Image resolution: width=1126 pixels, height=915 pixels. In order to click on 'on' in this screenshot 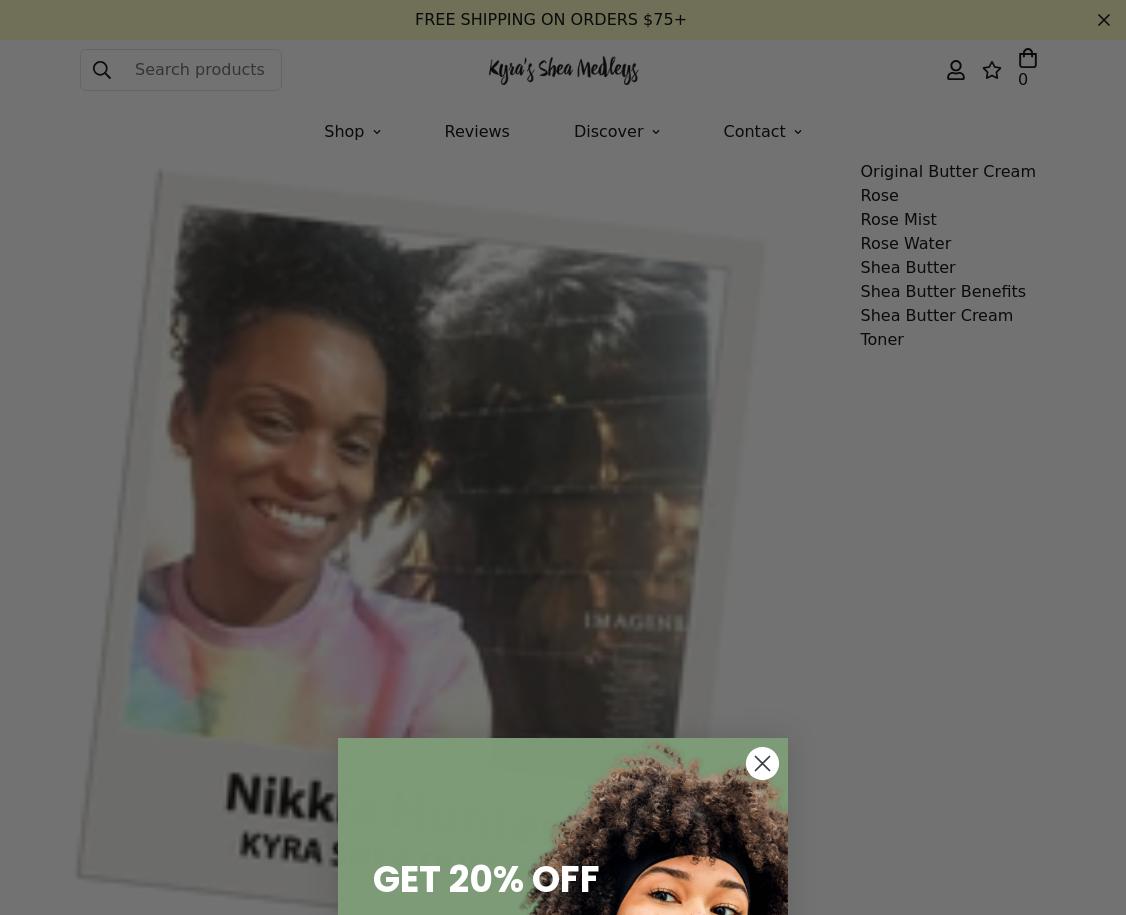, I will do `click(451, 111)`.